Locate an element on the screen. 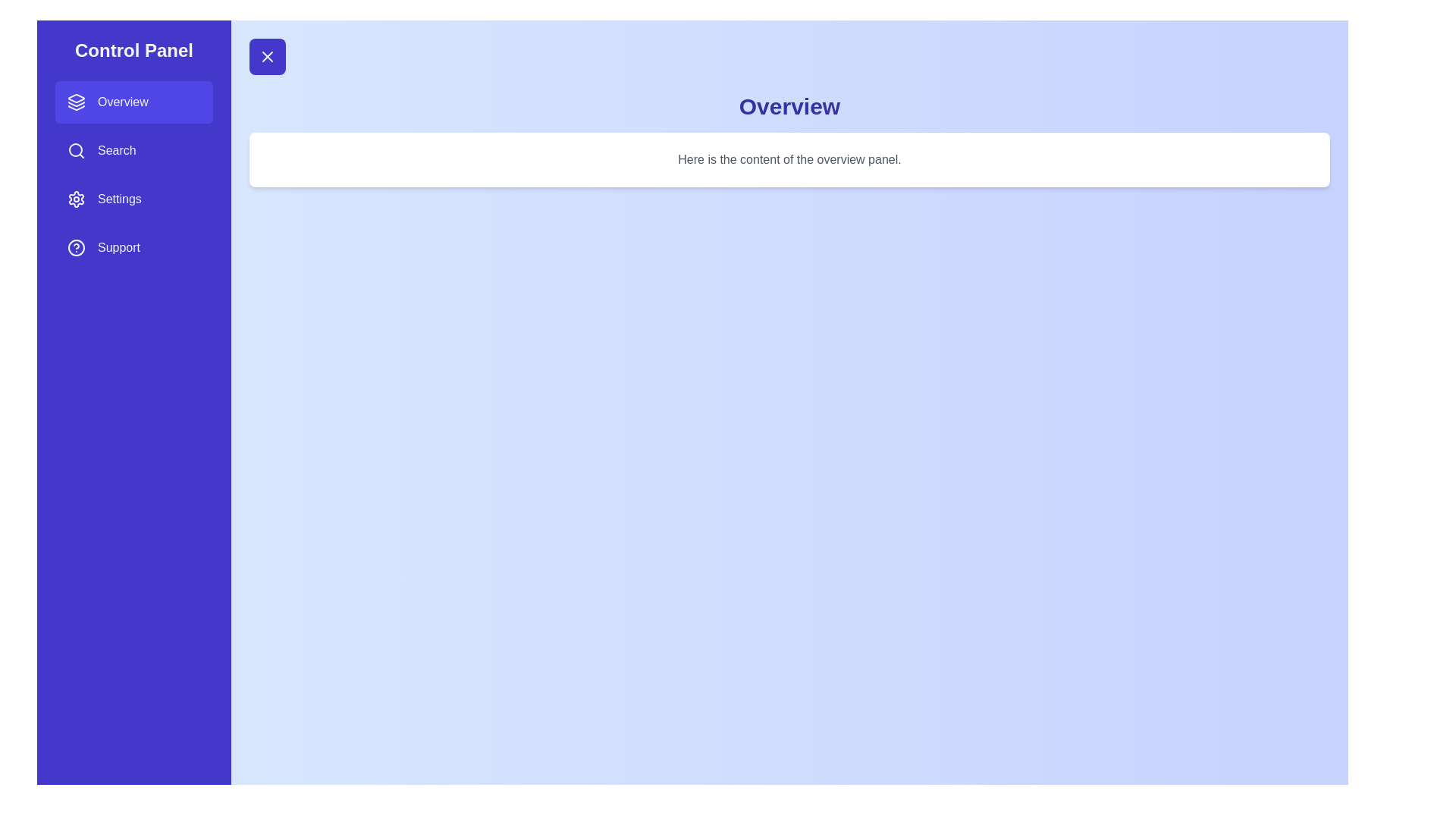  the panel Support from the sidebar is located at coordinates (134, 247).